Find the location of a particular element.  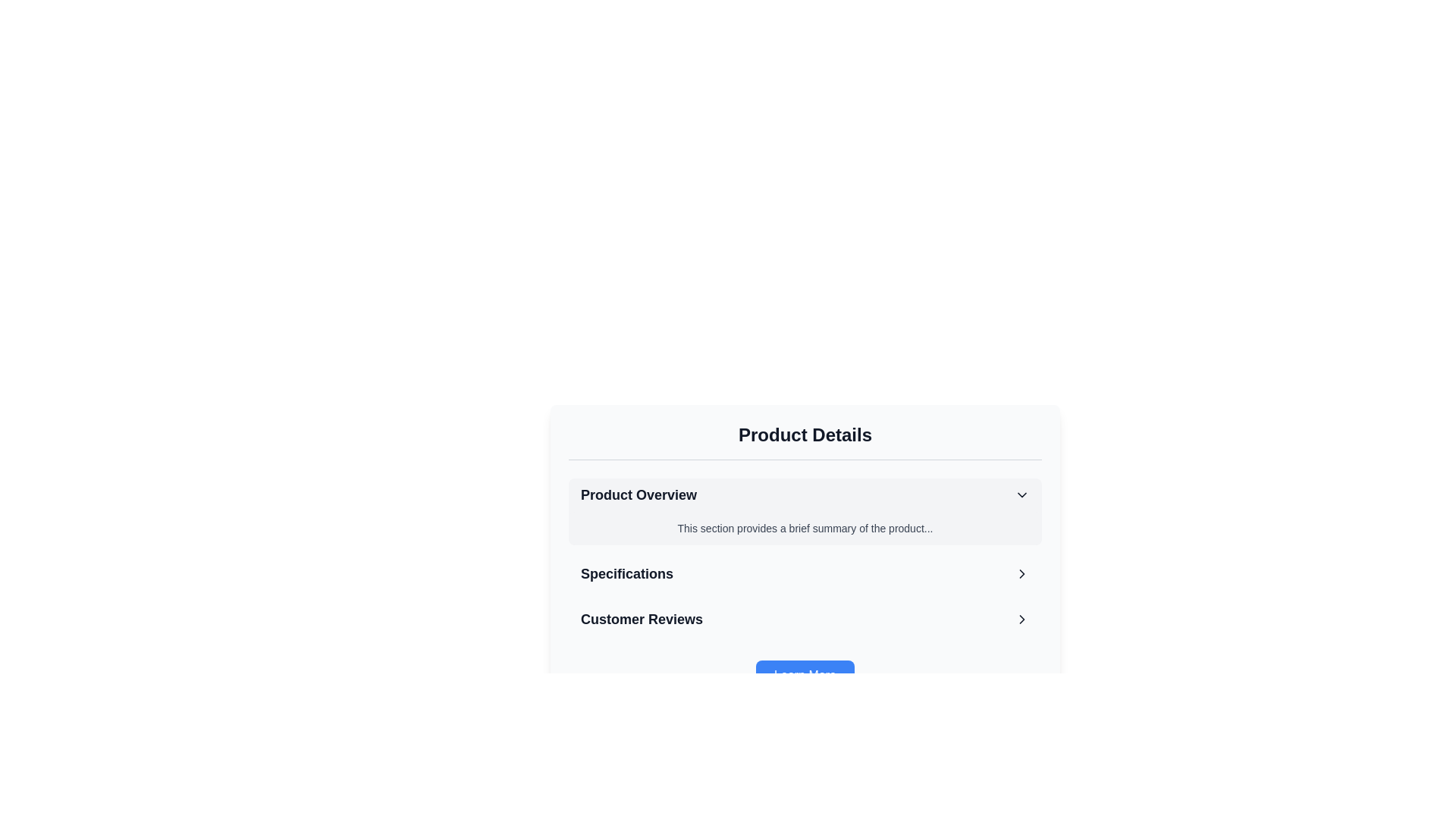

the navigational button for customer reviews, which is the third element in the 'Product Details' section is located at coordinates (804, 620).